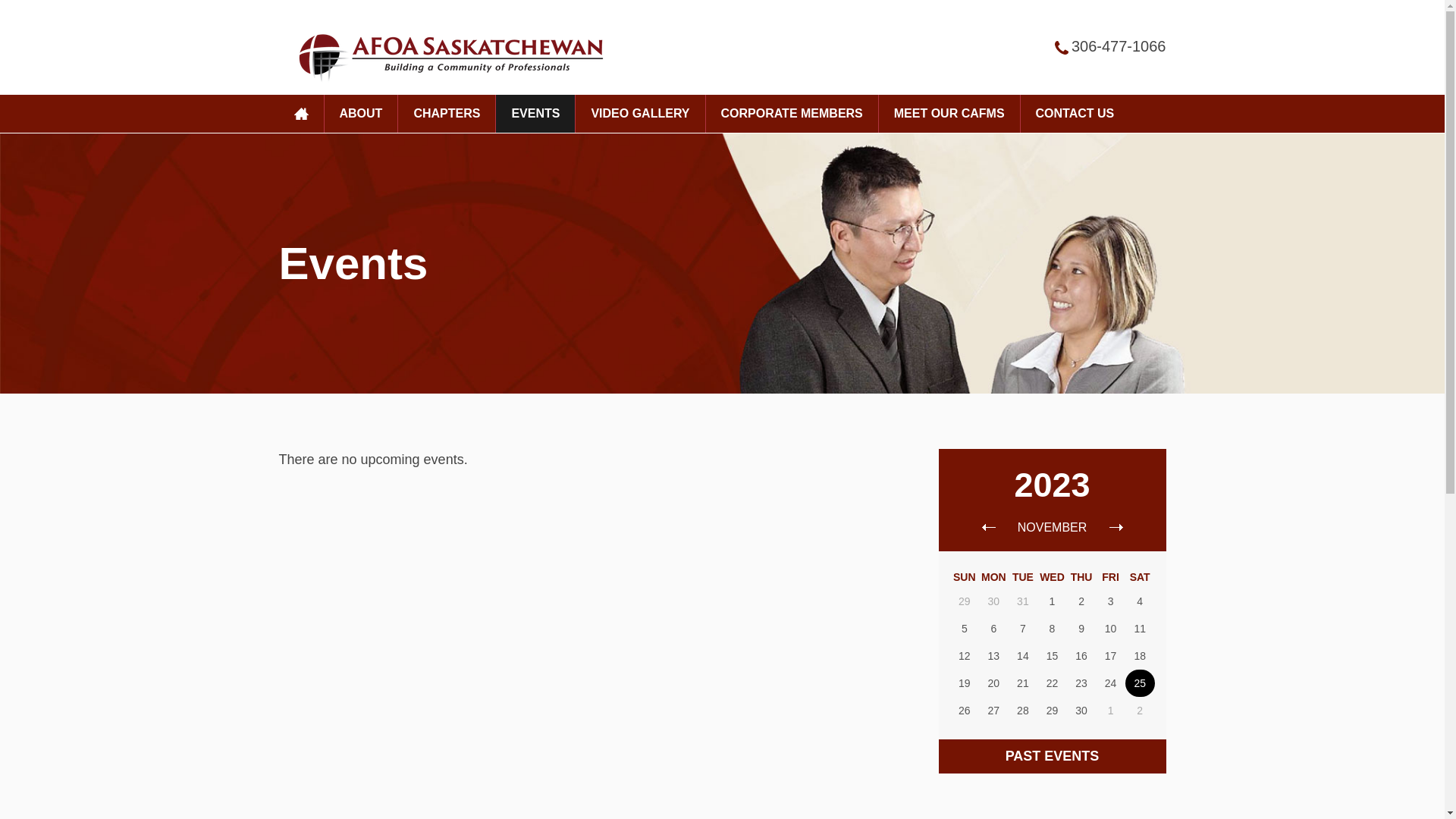 The image size is (1456, 819). I want to click on 'CORPORATE MEMBERS', so click(791, 113).